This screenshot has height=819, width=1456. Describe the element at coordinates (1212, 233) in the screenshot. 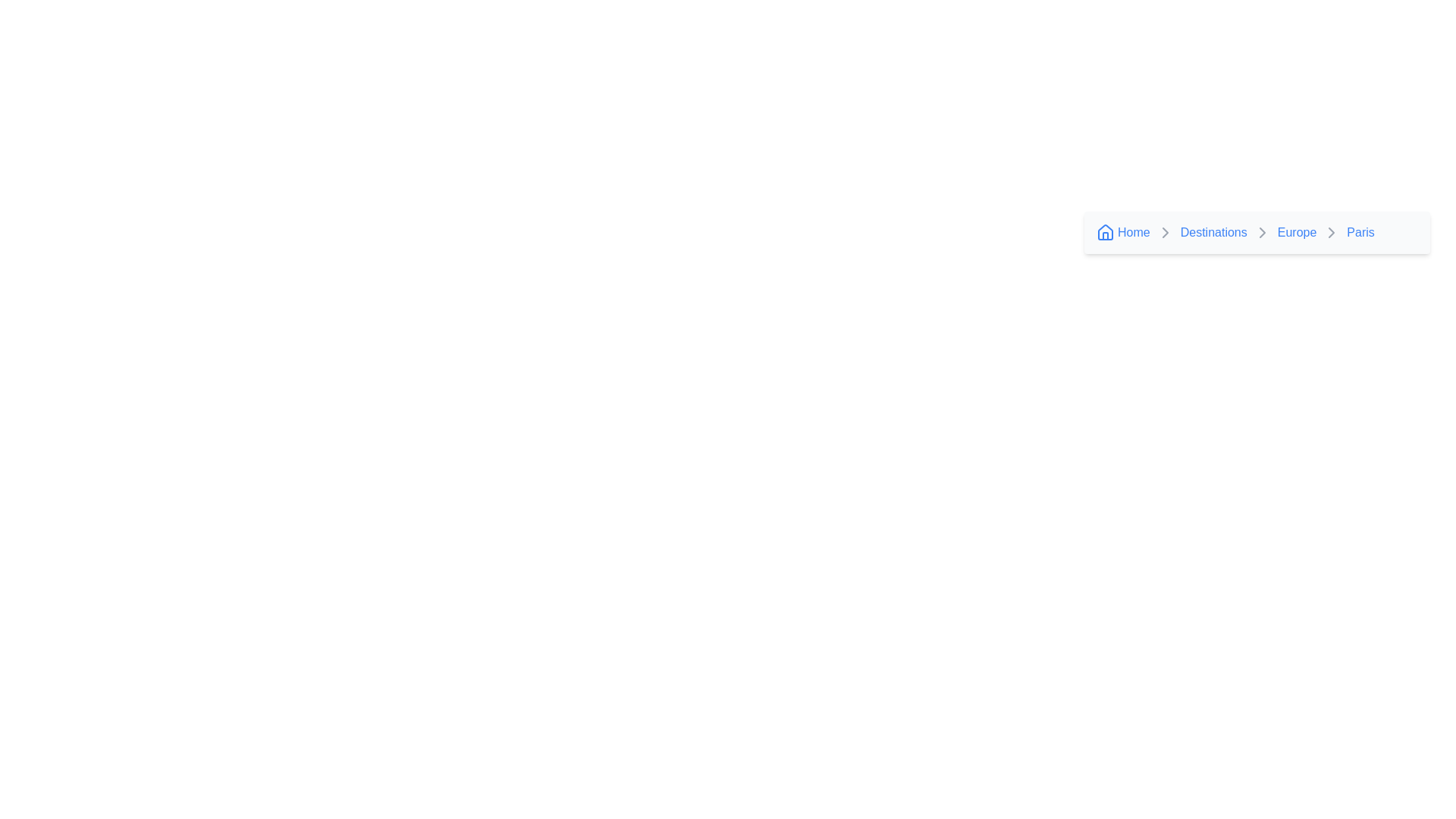

I see `the 'Destinations' hyperlink located in the breadcrumb navigation bar, which appears after the 'Home' label and before the 'Europe' label` at that location.